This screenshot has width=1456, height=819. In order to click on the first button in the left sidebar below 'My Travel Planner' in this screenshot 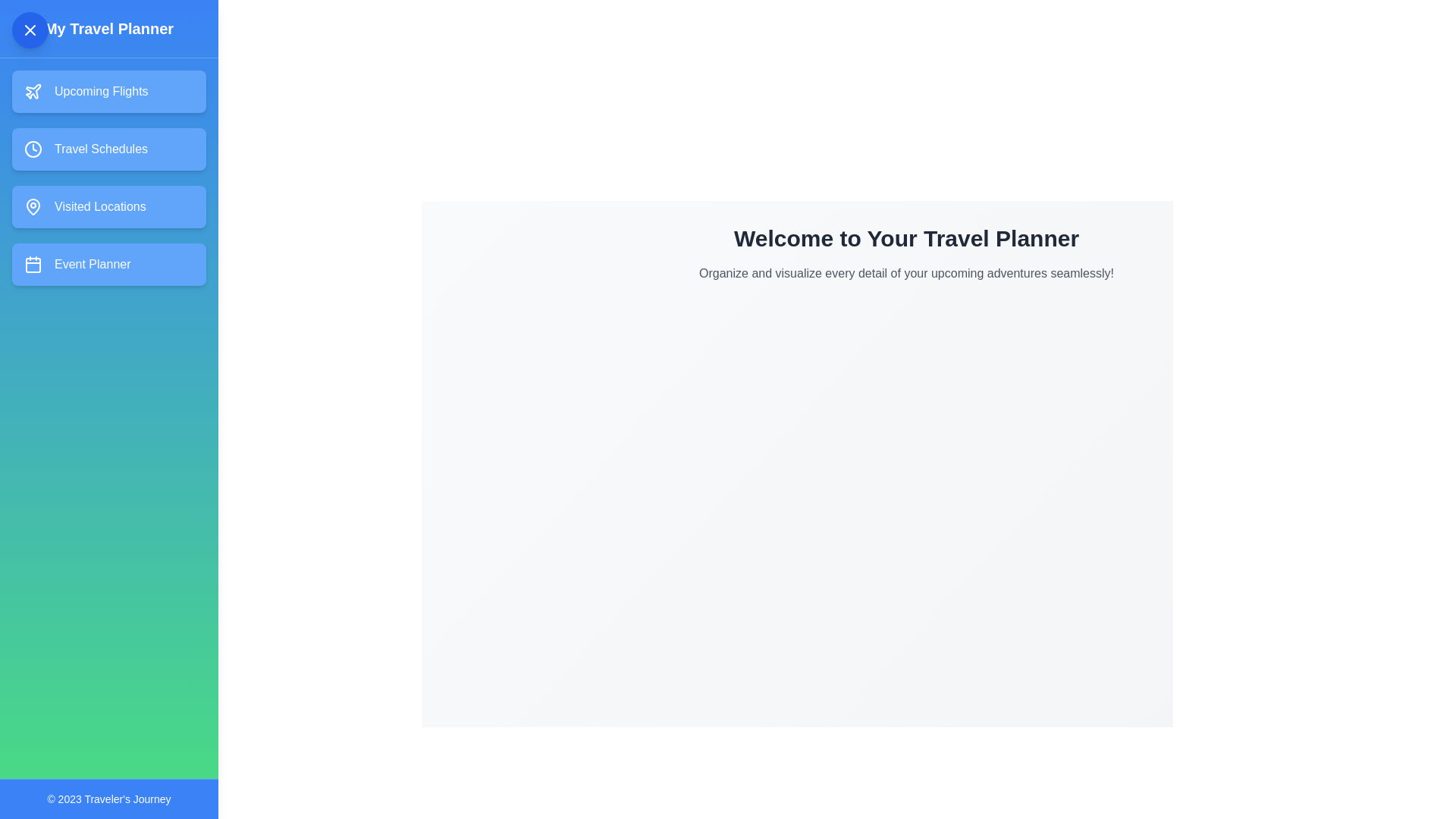, I will do `click(108, 91)`.